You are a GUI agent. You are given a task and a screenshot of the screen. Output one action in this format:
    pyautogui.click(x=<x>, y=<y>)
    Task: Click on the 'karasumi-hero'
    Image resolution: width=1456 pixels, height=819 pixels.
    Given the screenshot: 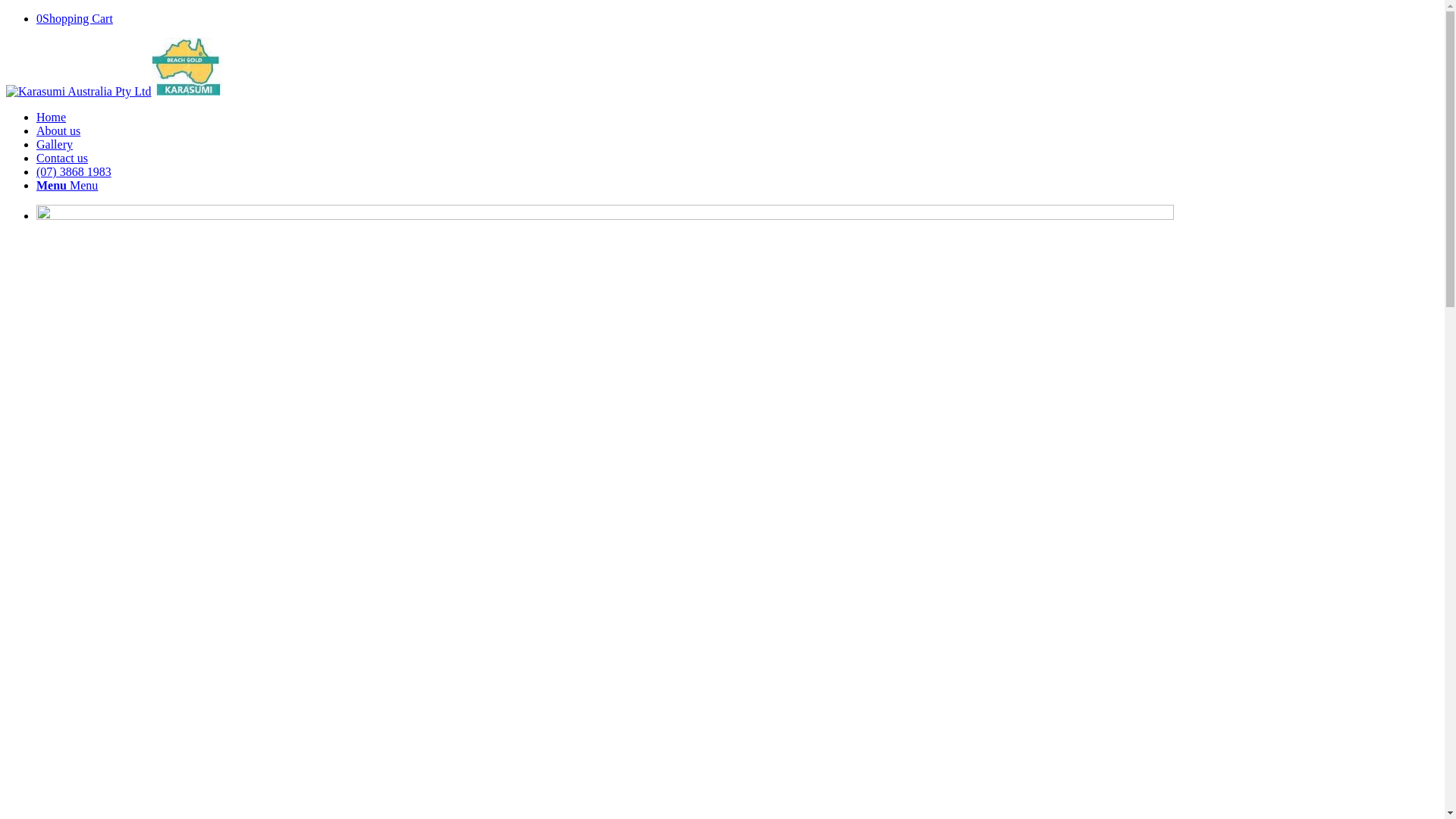 What is the action you would take?
    pyautogui.click(x=604, y=444)
    